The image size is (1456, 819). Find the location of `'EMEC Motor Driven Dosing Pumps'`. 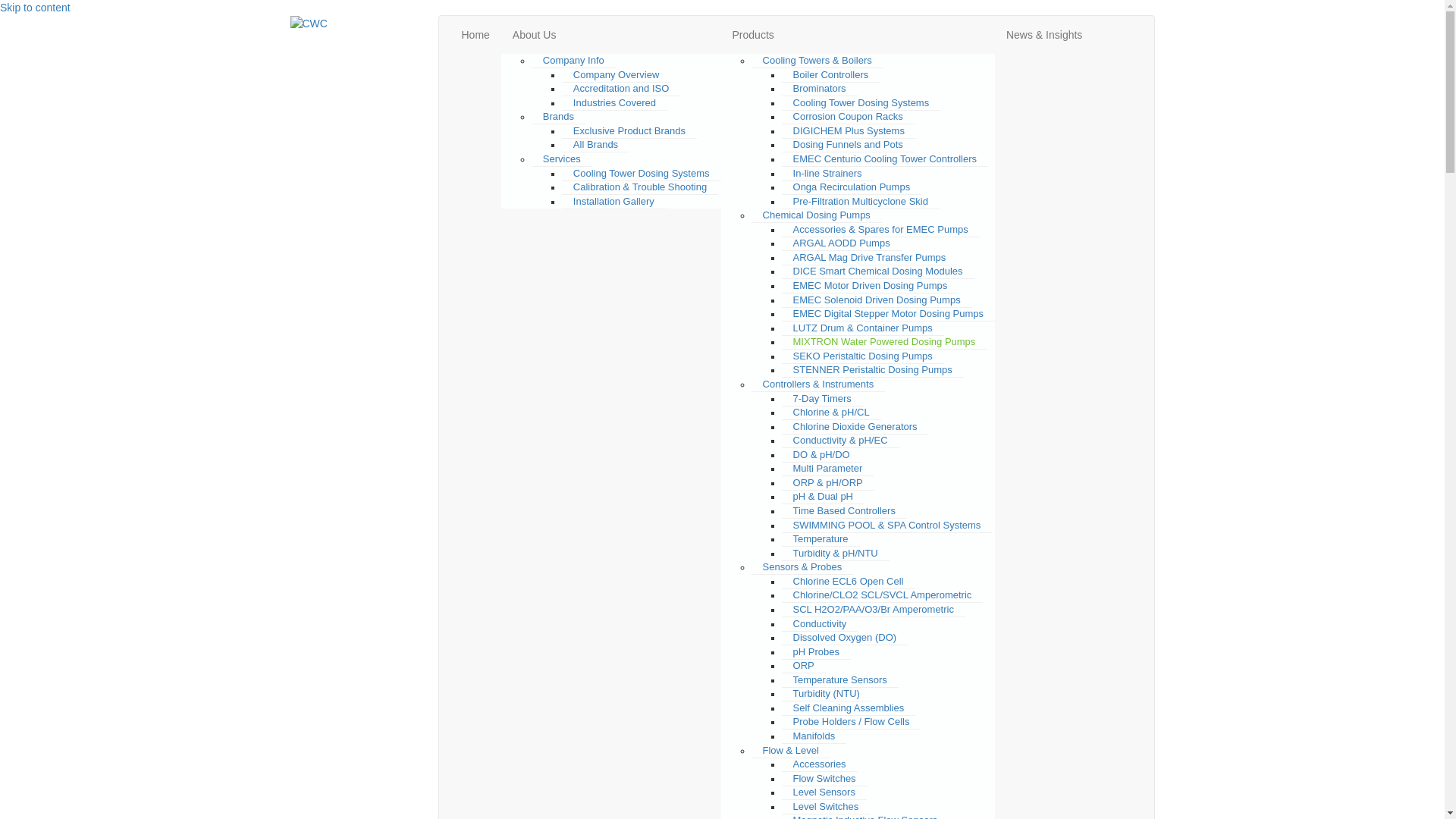

'EMEC Motor Driven Dosing Pumps' is located at coordinates (870, 286).